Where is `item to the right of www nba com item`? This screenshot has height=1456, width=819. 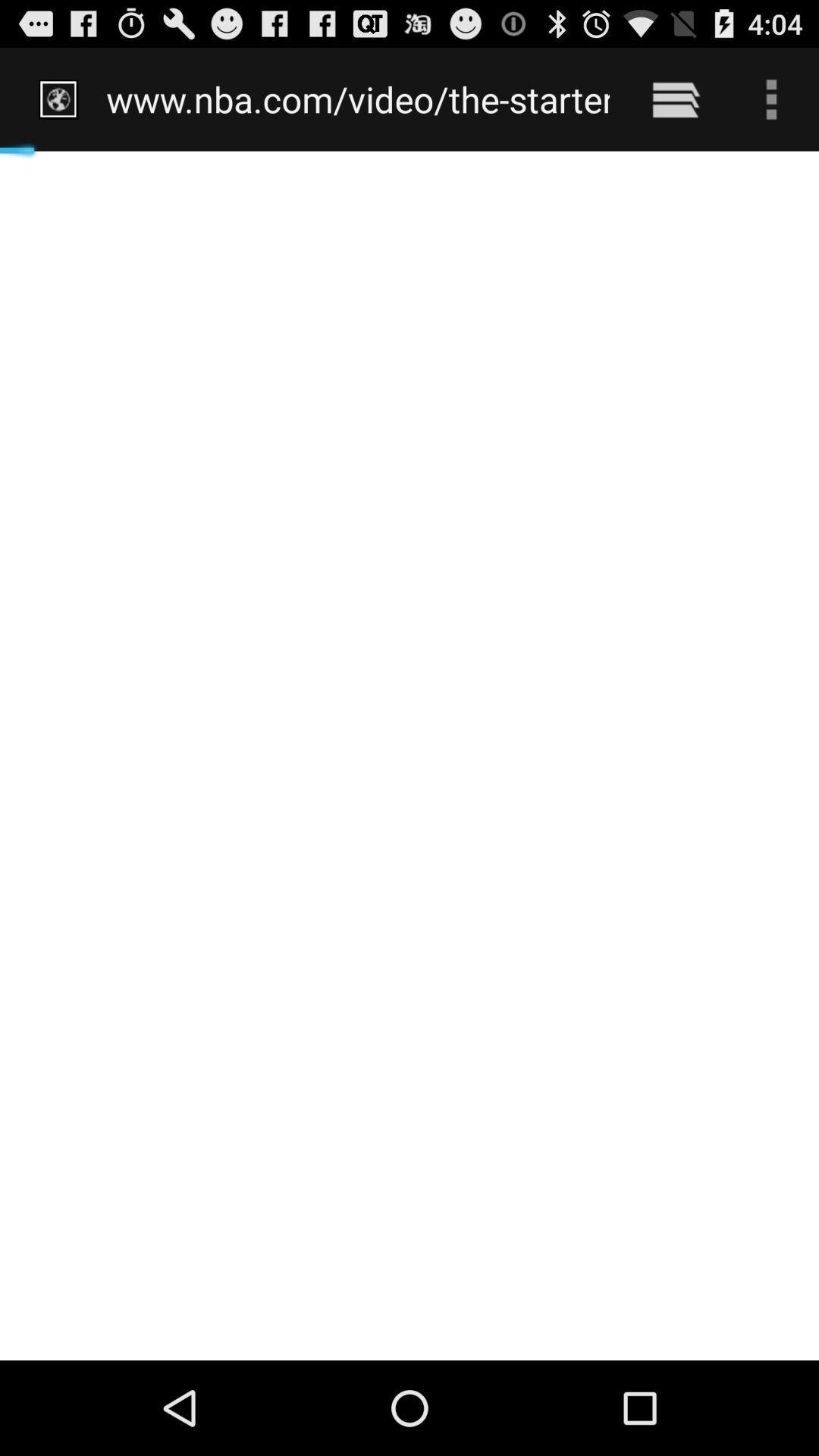
item to the right of www nba com item is located at coordinates (675, 99).